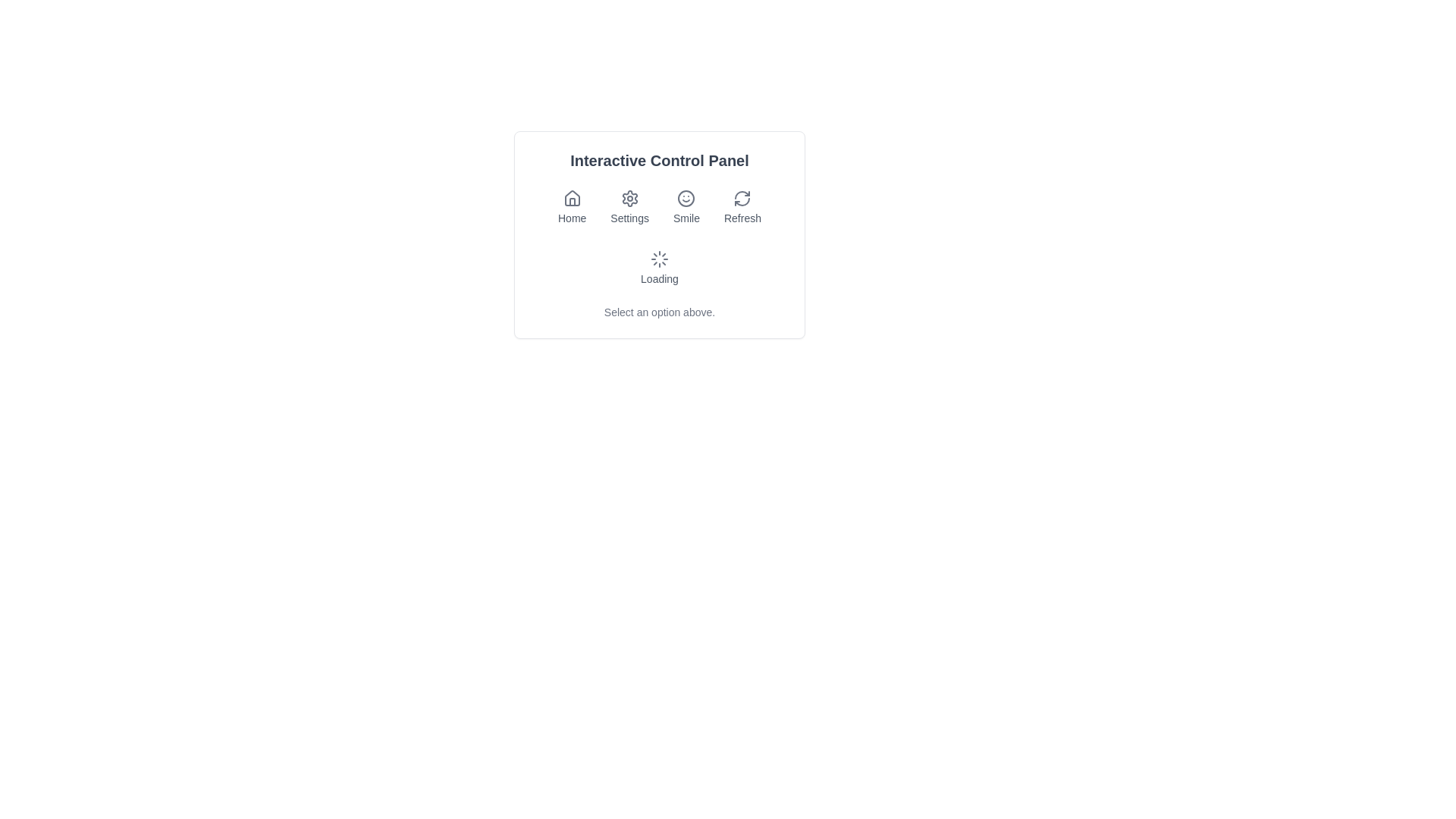 Image resolution: width=1456 pixels, height=819 pixels. What do you see at coordinates (686, 198) in the screenshot?
I see `the central icon in the dashboard's interactive control panel, which is positioned between the 'Settings' and 'Refresh' icons` at bounding box center [686, 198].